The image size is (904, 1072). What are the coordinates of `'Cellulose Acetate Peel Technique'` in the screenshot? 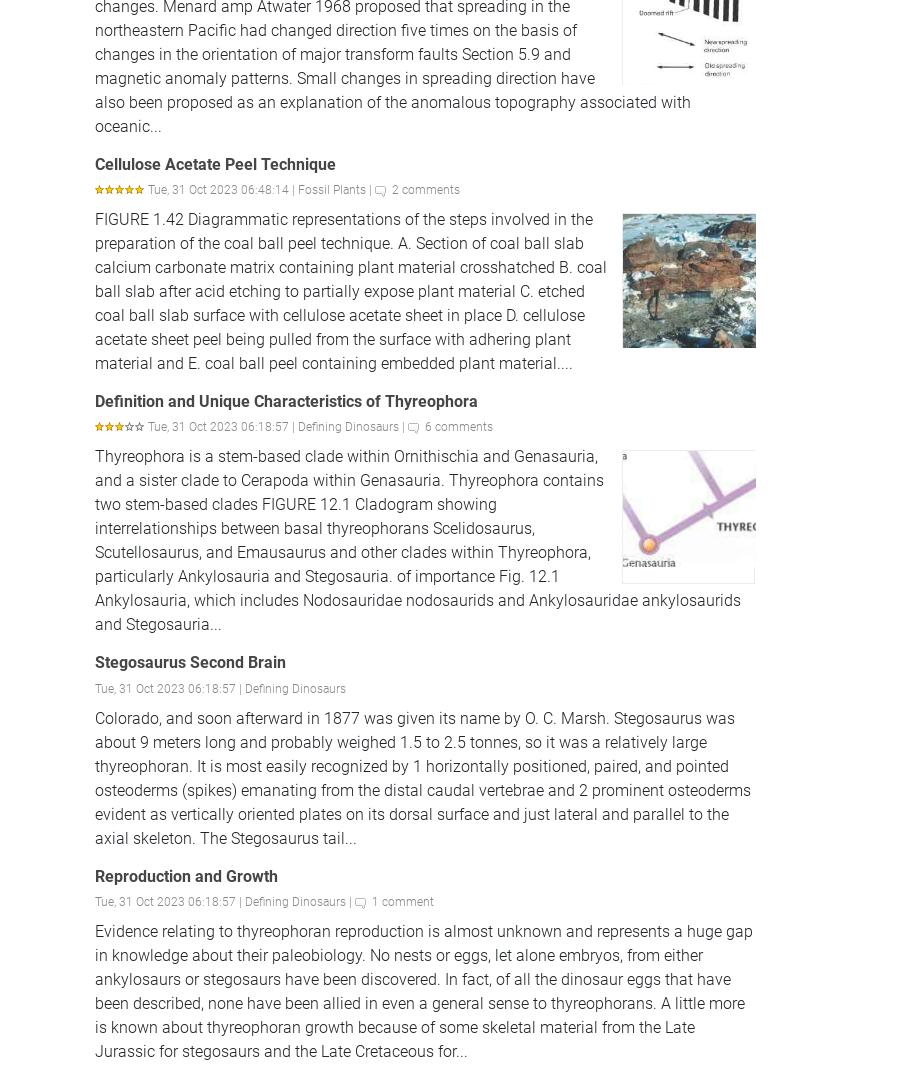 It's located at (215, 163).